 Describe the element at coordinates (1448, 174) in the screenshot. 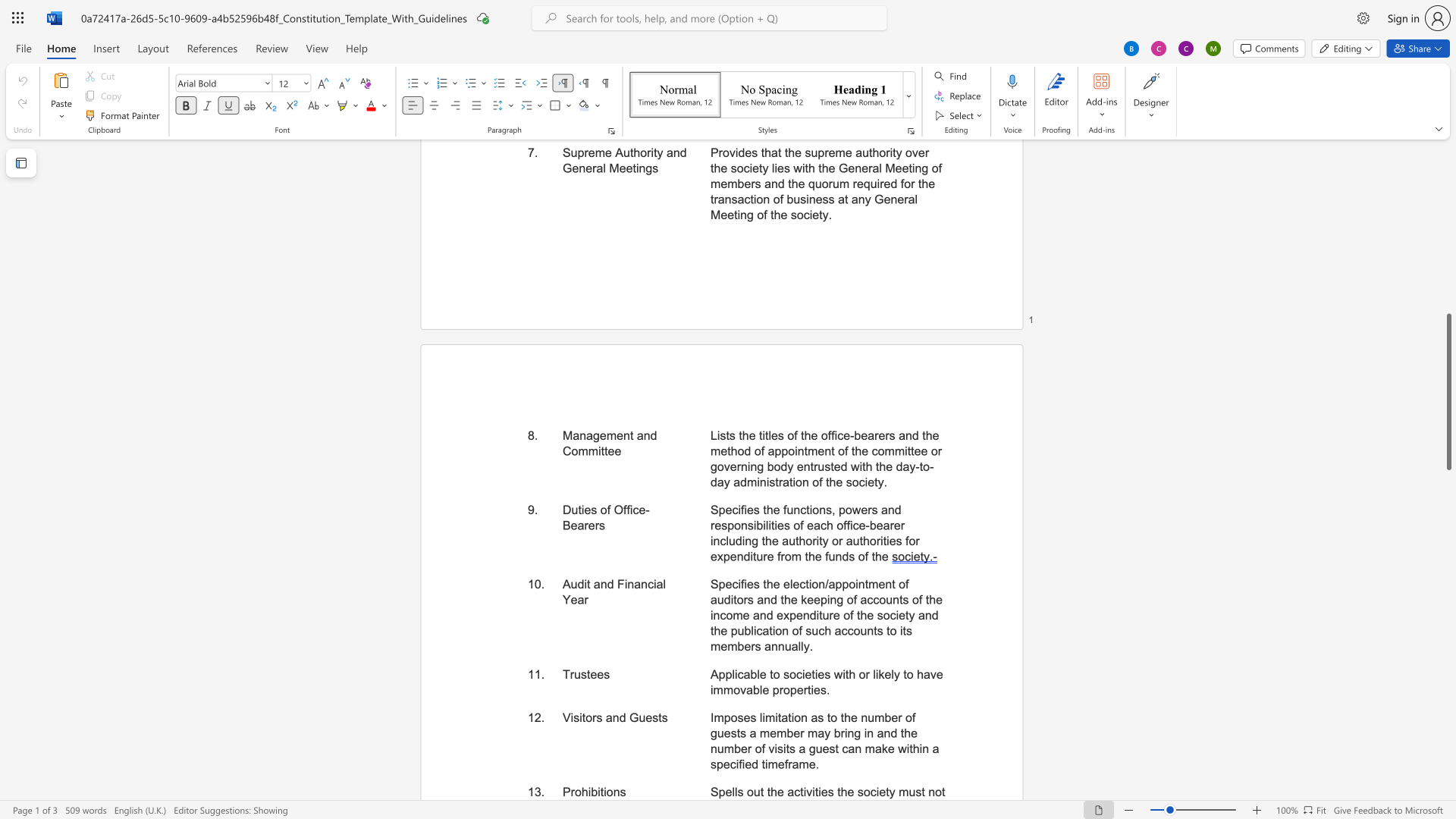

I see `the scrollbar to move the page upward` at that location.